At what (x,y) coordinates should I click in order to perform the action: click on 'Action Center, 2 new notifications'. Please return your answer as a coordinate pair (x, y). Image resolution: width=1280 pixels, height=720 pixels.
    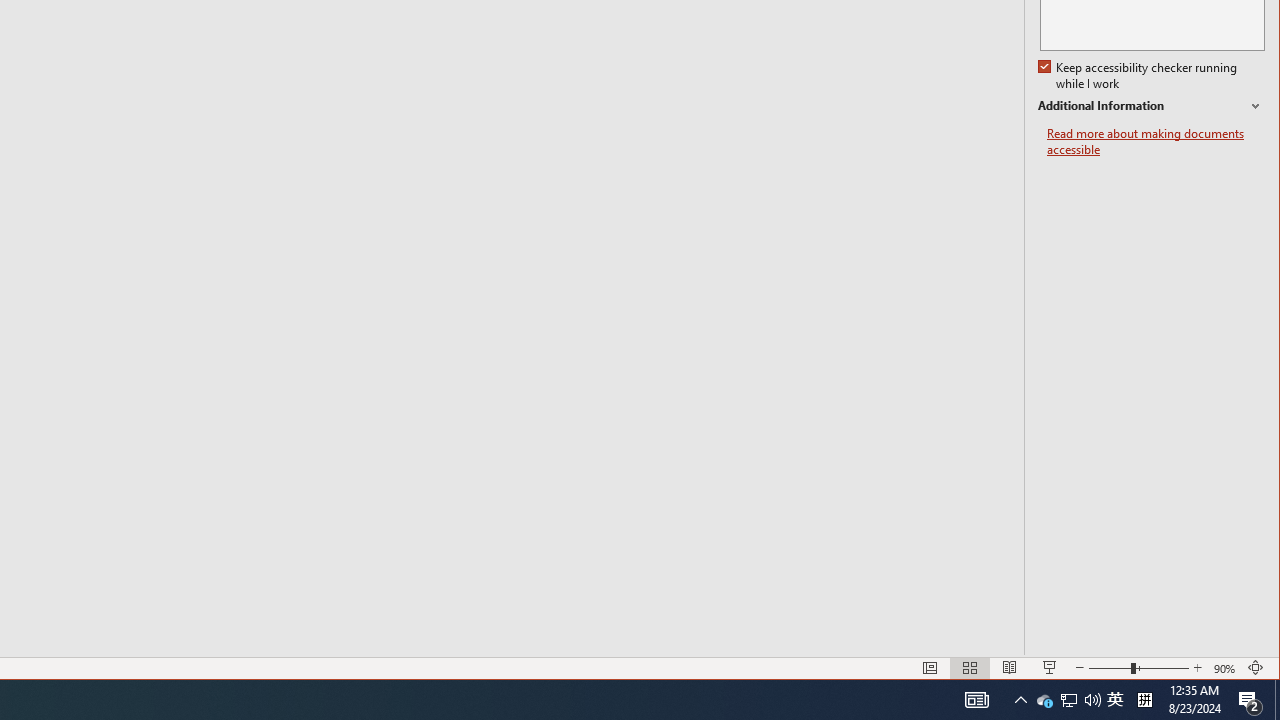
    Looking at the image, I should click on (1250, 698).